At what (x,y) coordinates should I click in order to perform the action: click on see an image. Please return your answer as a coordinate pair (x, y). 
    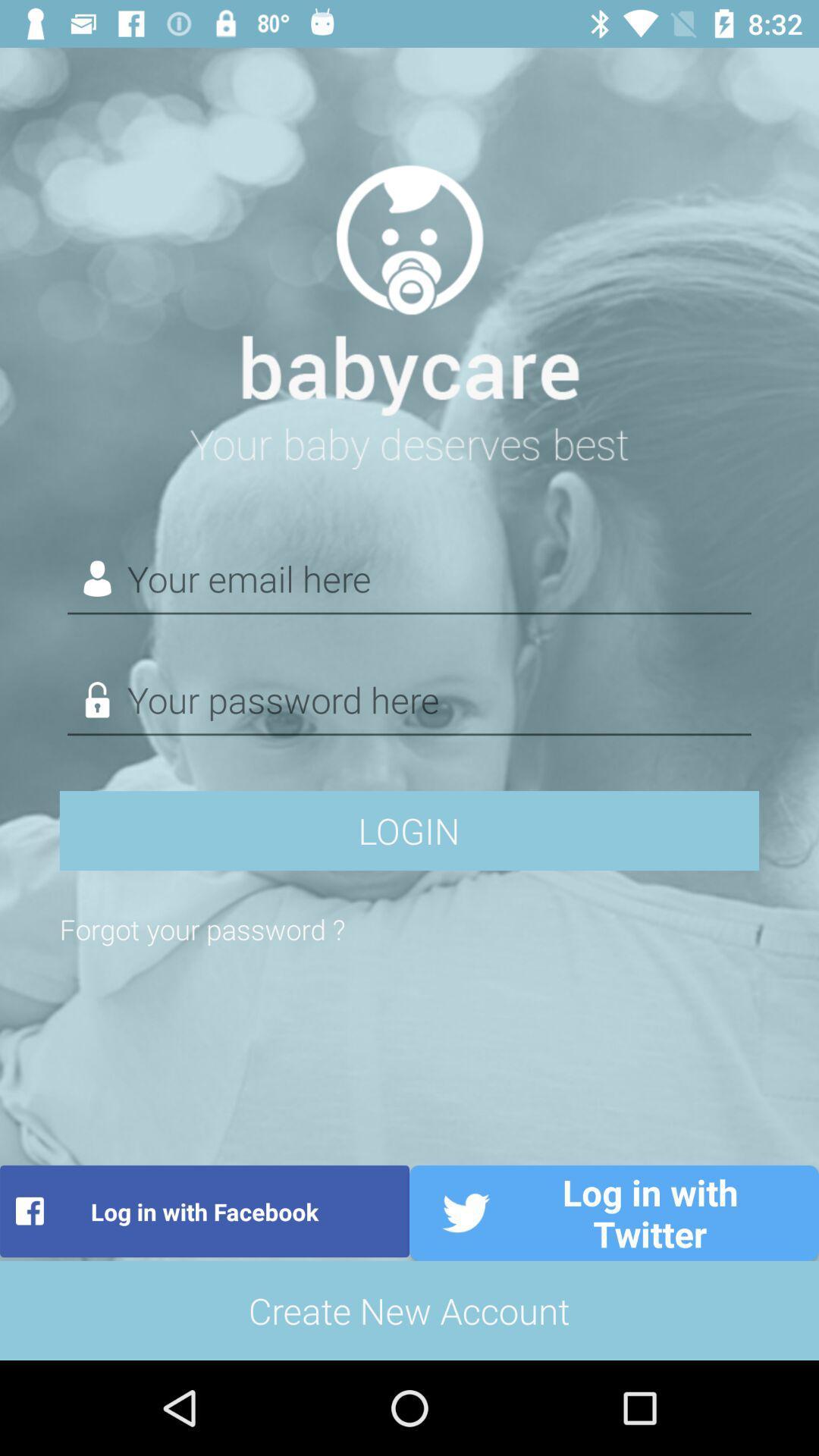
    Looking at the image, I should click on (409, 307).